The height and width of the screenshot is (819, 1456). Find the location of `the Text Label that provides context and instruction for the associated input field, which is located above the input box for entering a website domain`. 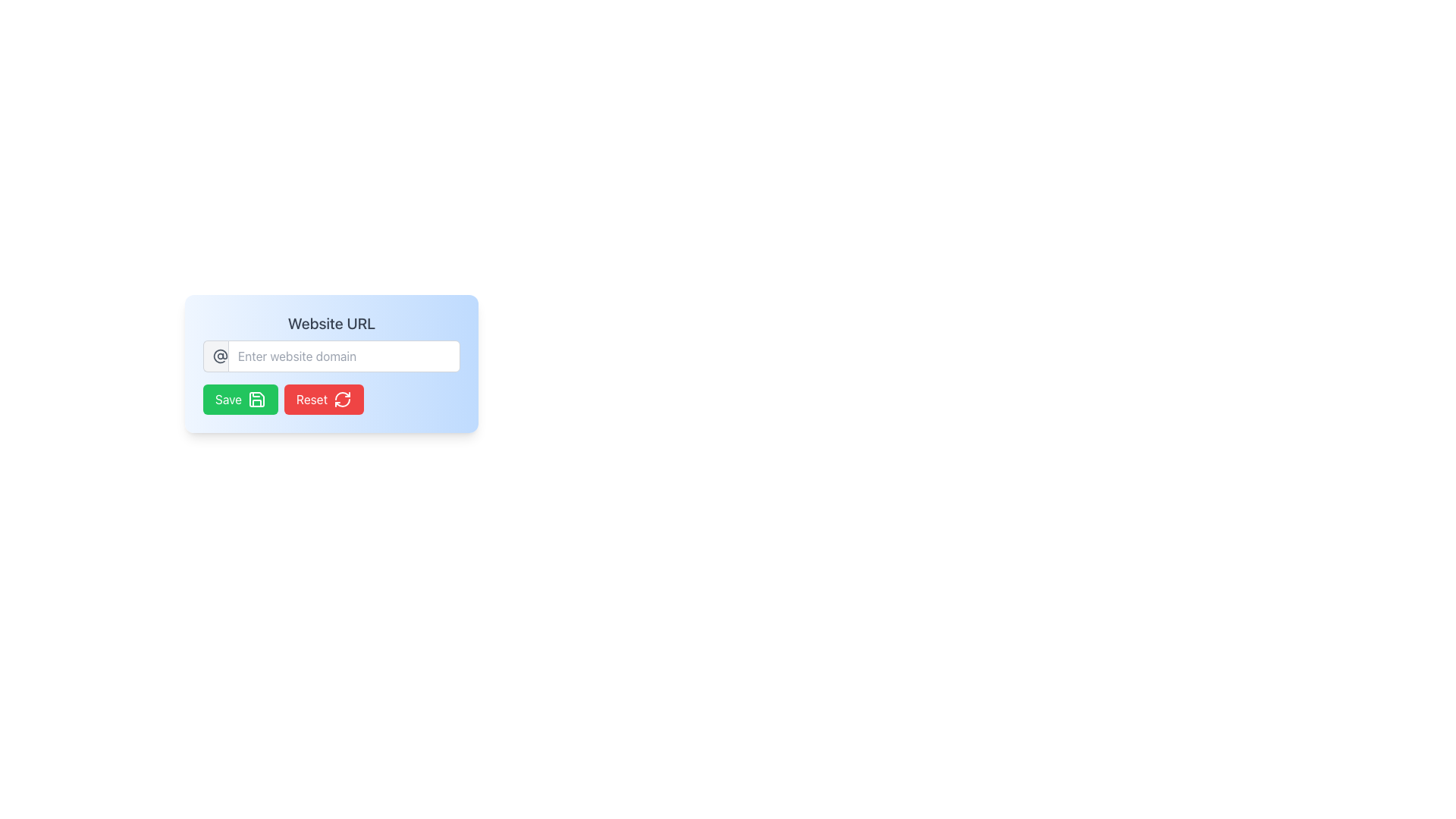

the Text Label that provides context and instruction for the associated input field, which is located above the input box for entering a website domain is located at coordinates (331, 323).